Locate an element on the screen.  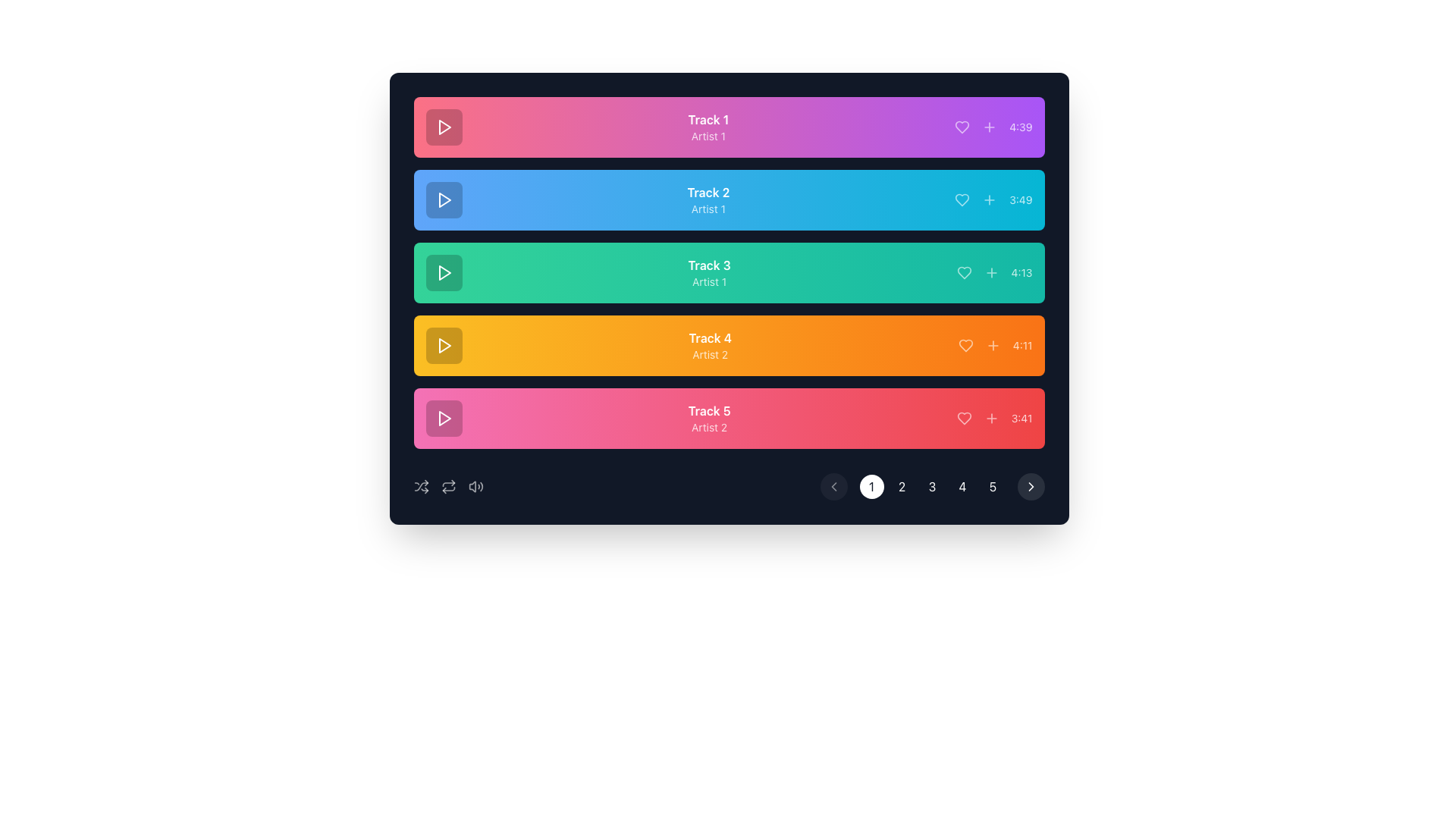
the rightmost button in the row of interactive icons at the bottom-right of the interface is located at coordinates (475, 486).